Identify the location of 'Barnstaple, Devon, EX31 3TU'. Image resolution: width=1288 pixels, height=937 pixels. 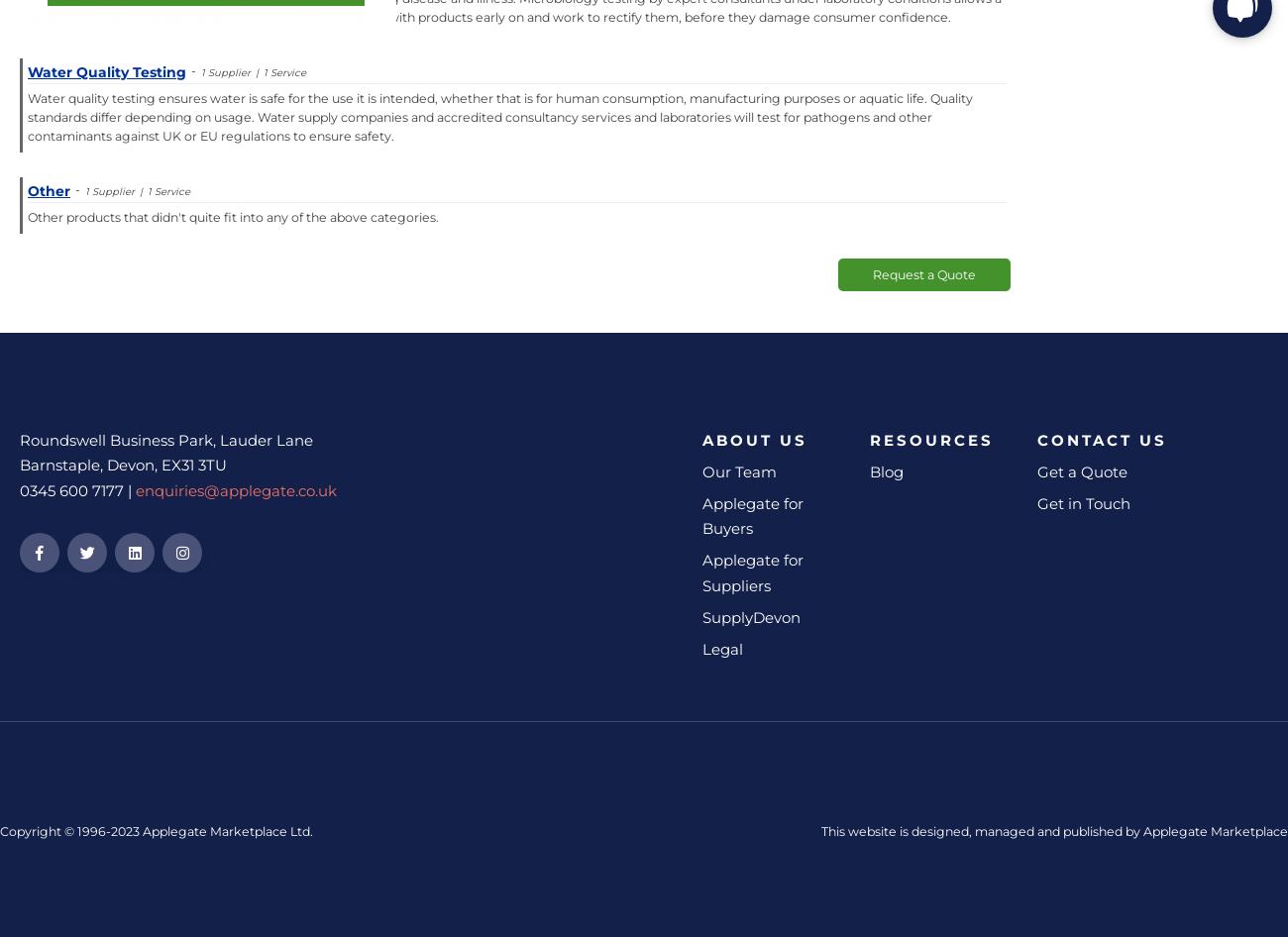
(19, 464).